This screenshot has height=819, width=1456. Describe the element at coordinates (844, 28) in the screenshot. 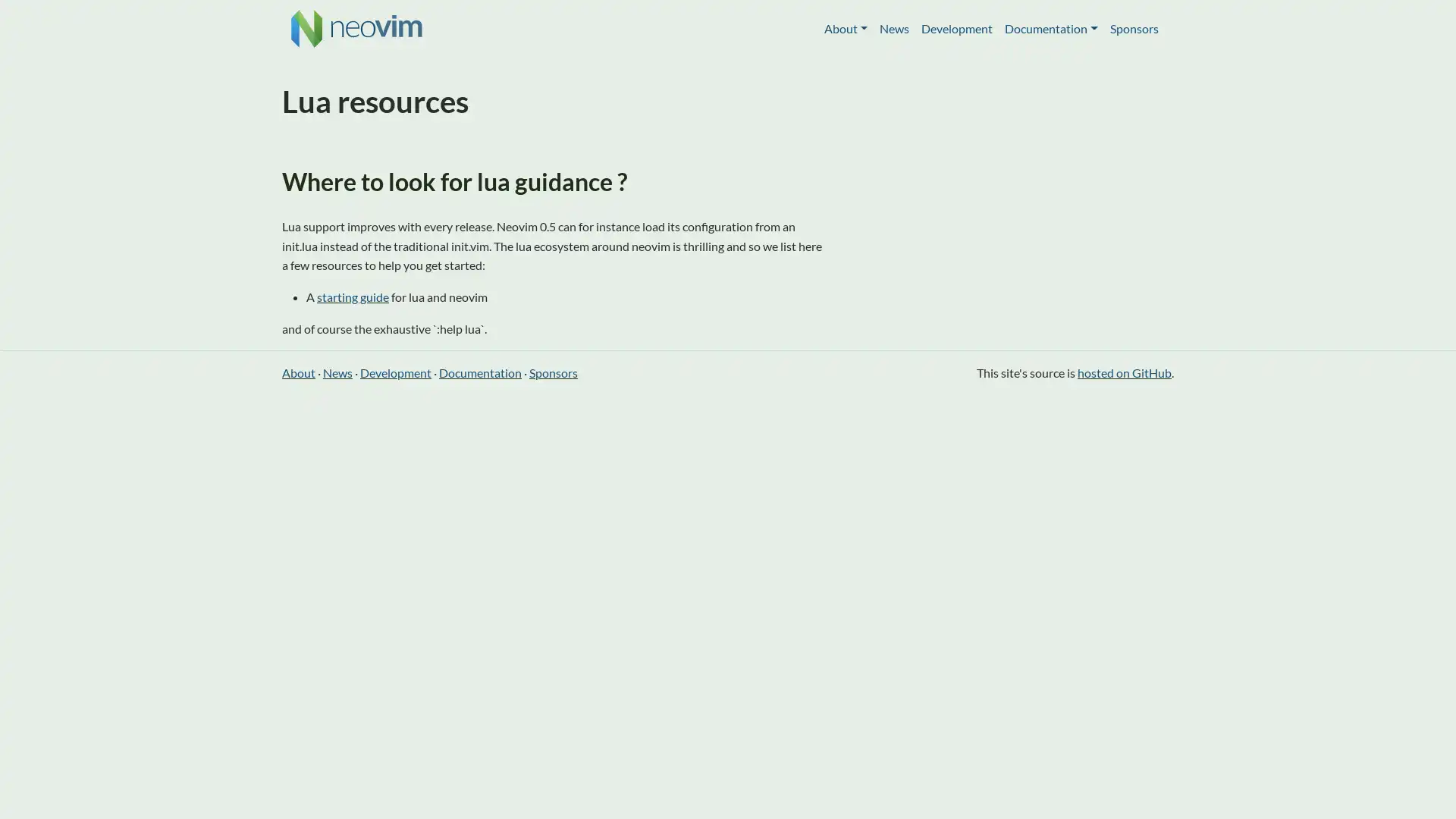

I see `About` at that location.